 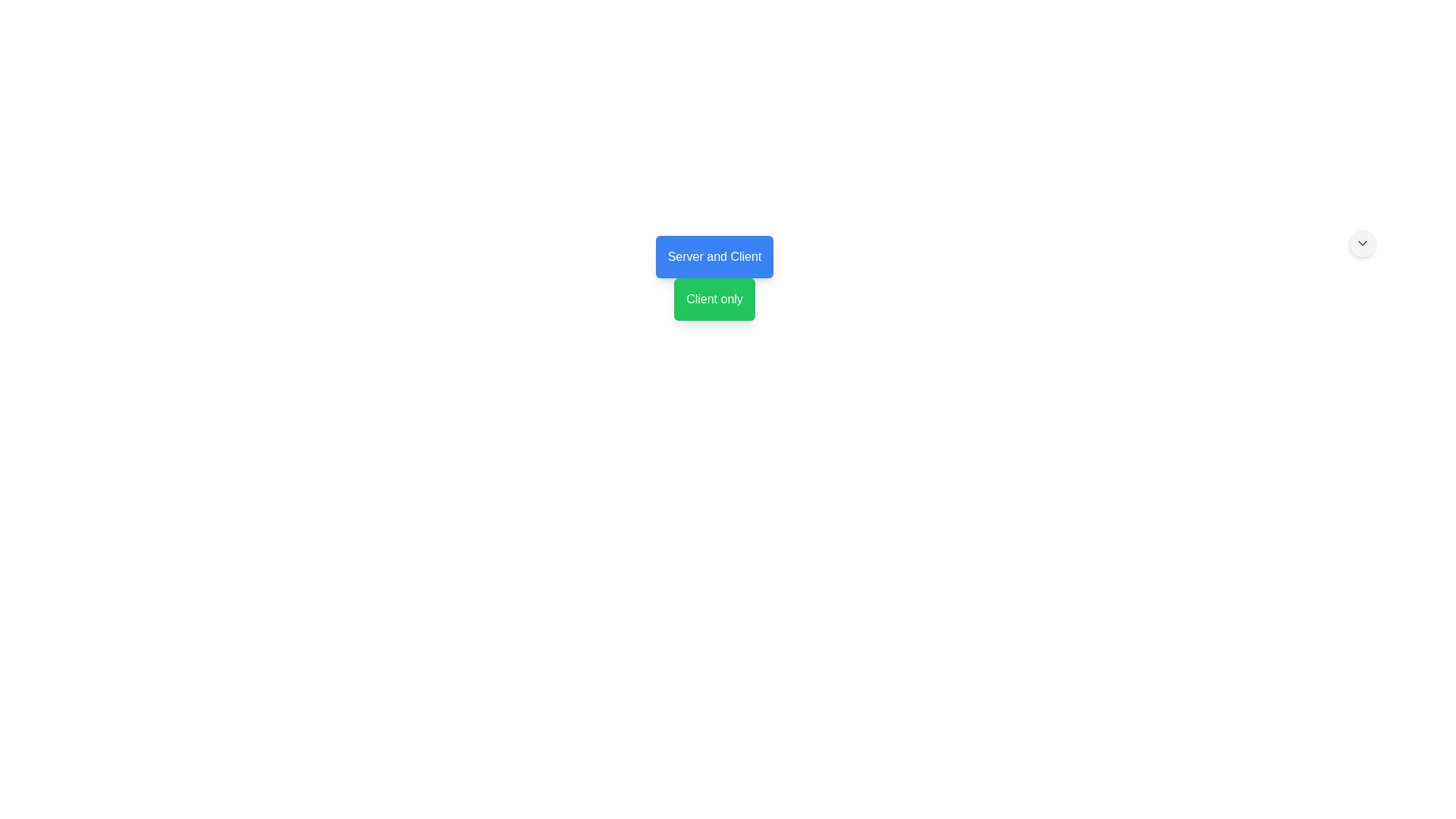 What do you see at coordinates (1362, 242) in the screenshot?
I see `the small, circular, gray button with a downward-pointing chevron icon` at bounding box center [1362, 242].